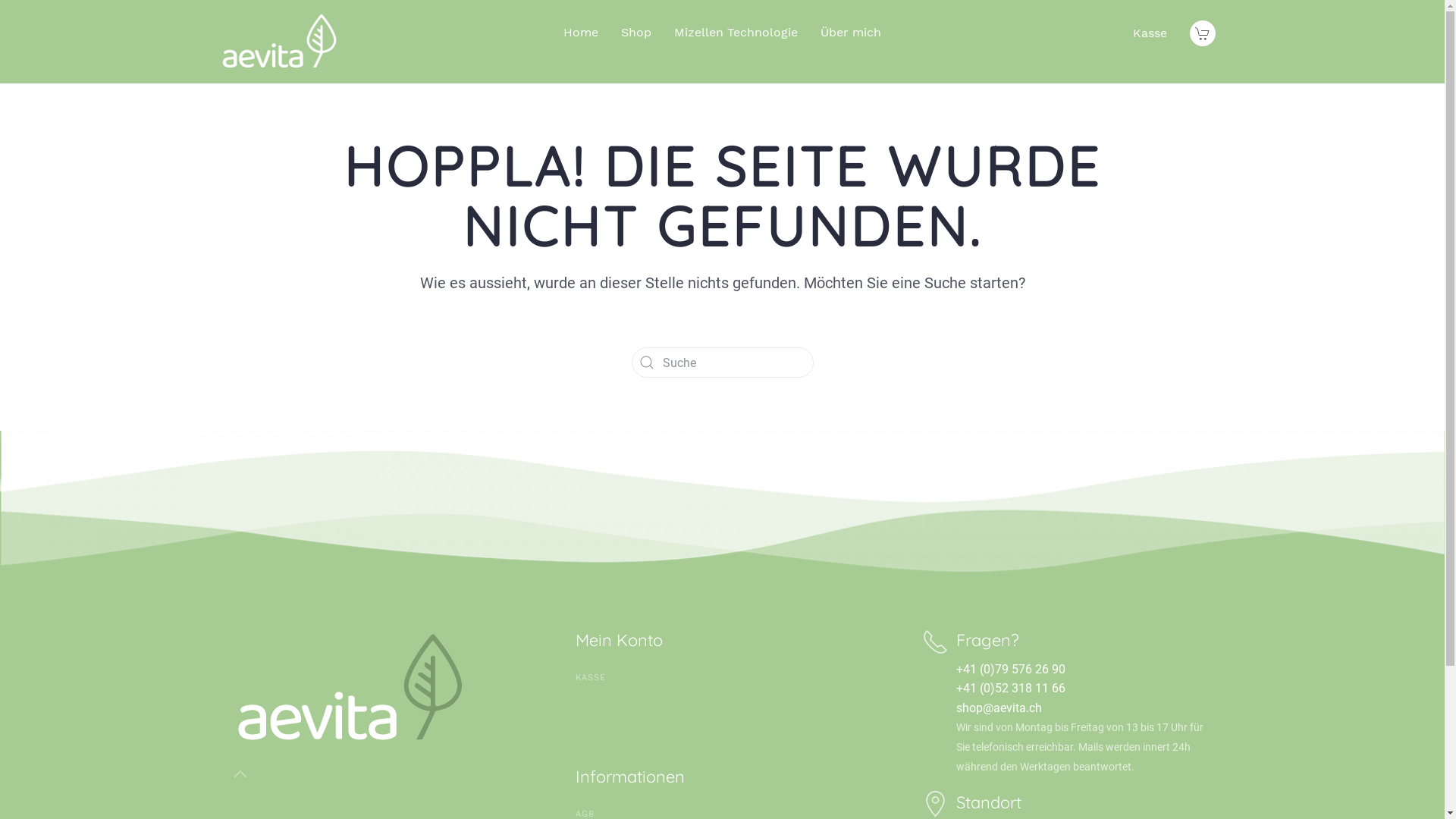 The height and width of the screenshot is (819, 1456). I want to click on 'Mizellen Technologie', so click(662, 32).